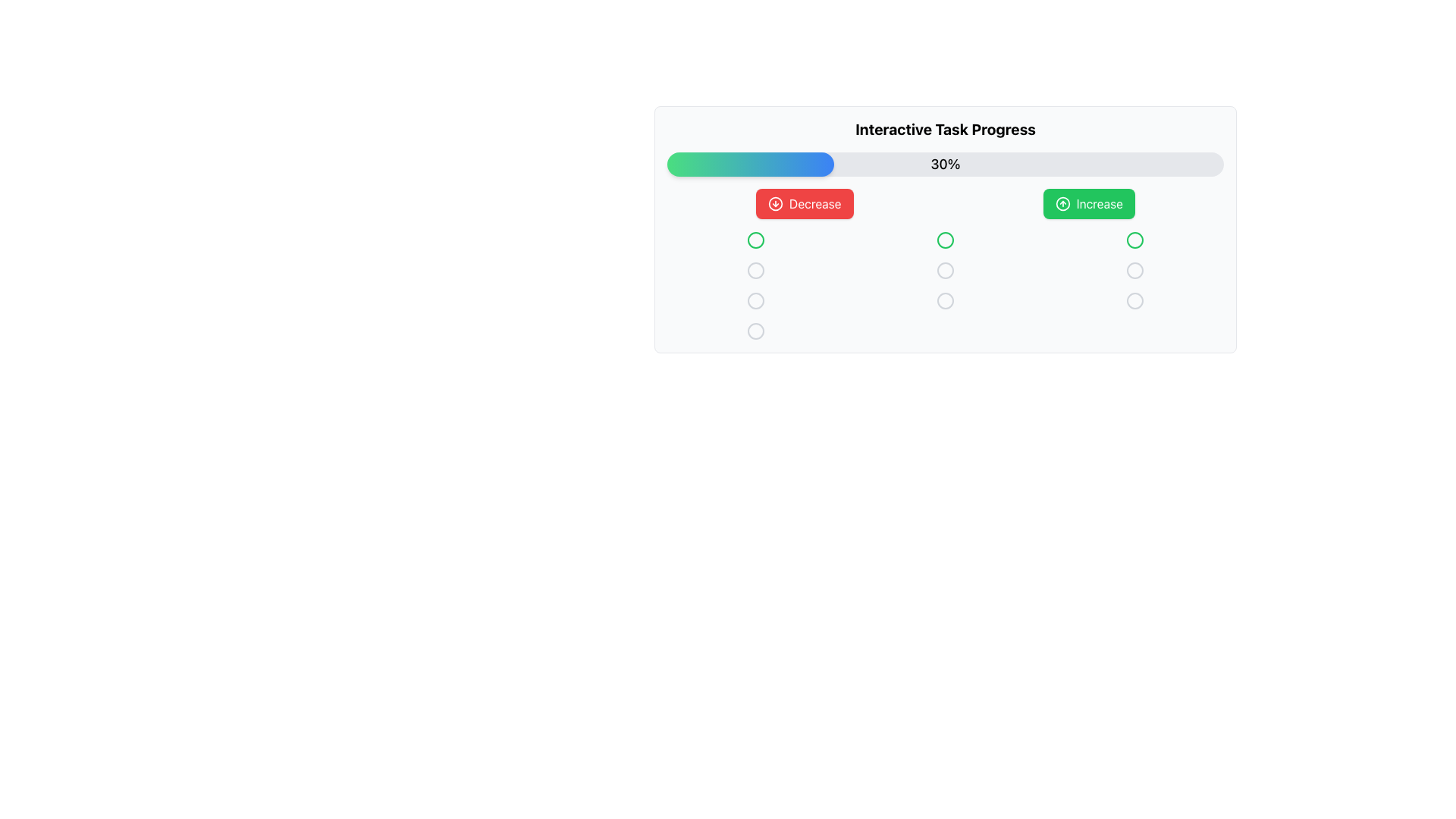 The height and width of the screenshot is (819, 1456). What do you see at coordinates (756, 239) in the screenshot?
I see `the state of the first circular graphical indicator or button in the grid located below the progress bar and action buttons` at bounding box center [756, 239].